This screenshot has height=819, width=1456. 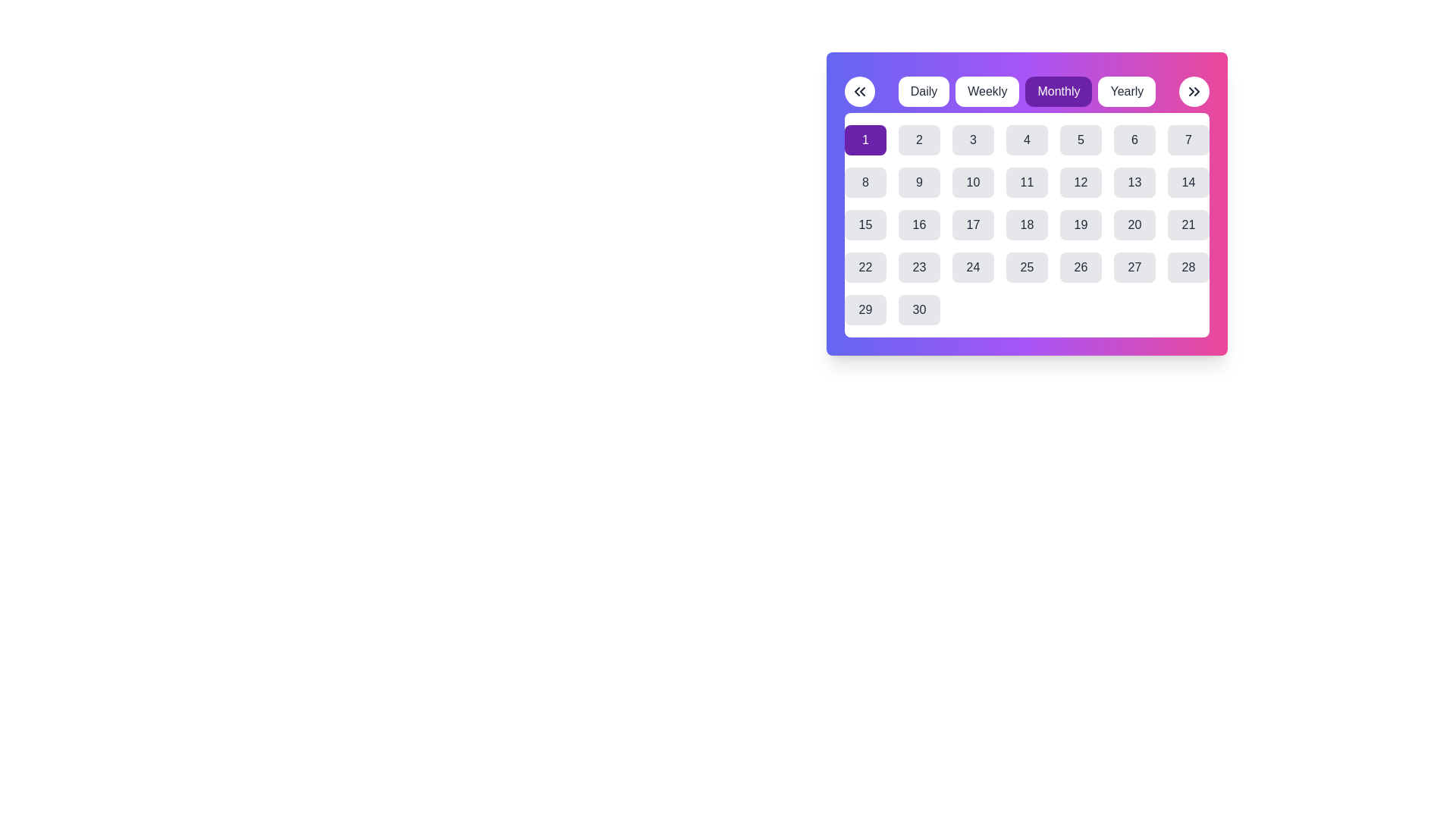 I want to click on the 'Monthly' button, which has a purple background and white text, so click(x=1027, y=91).